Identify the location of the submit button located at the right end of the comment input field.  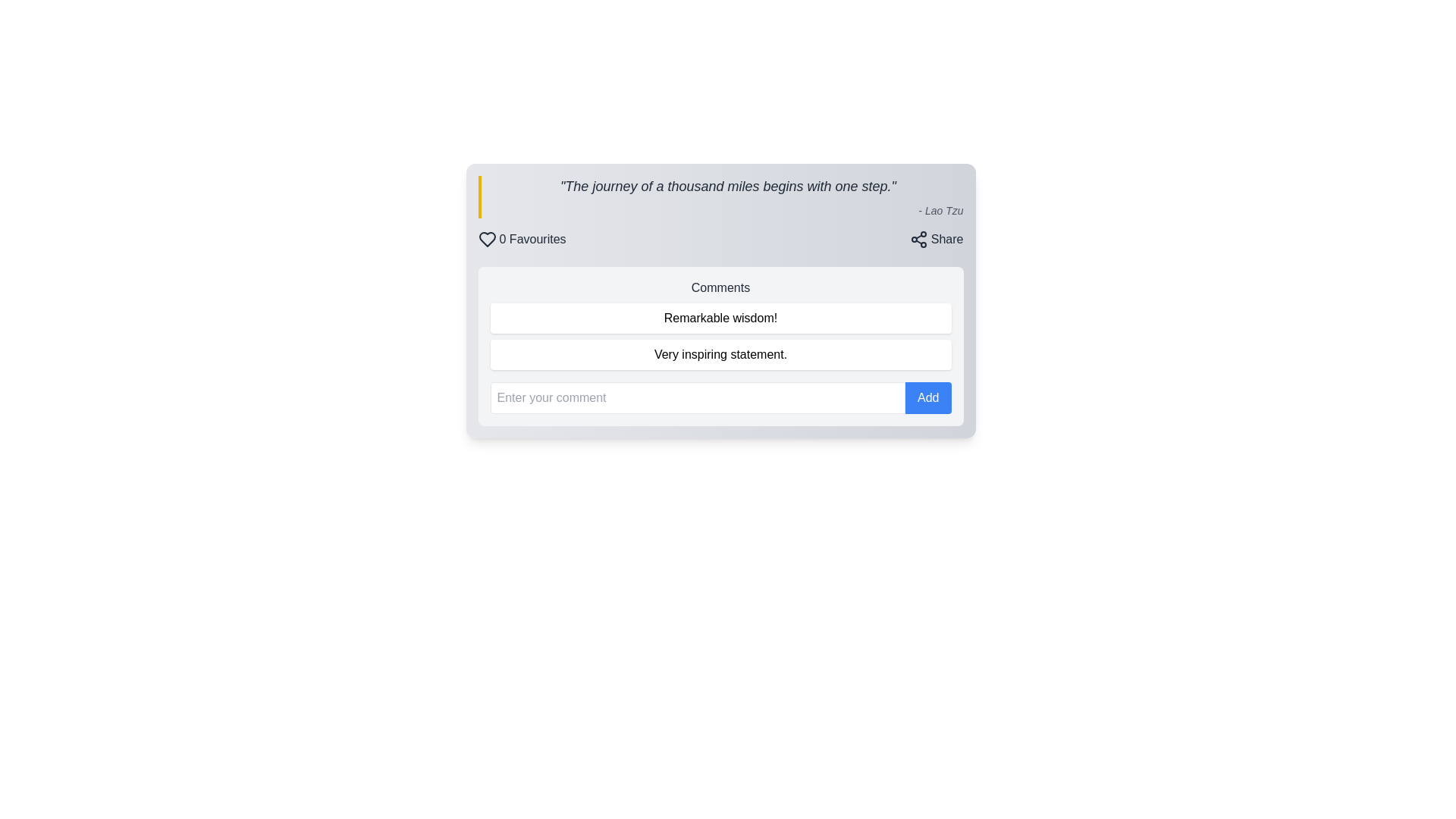
(927, 397).